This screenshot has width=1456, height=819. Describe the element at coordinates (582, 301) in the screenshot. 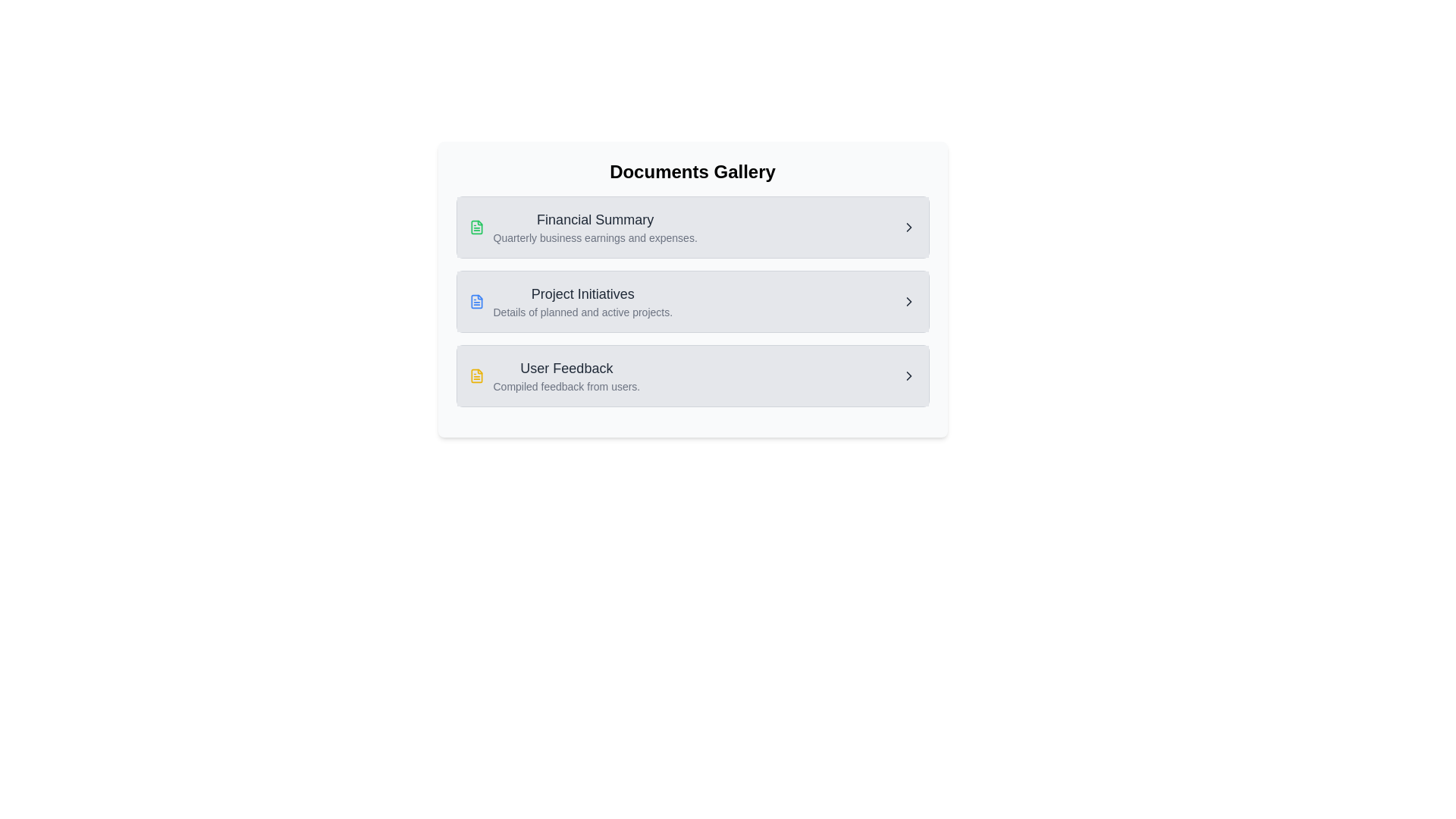

I see `text content of the Text block labeled 'Project Initiatives', which includes the lines 'Project Initiatives' and 'Details of planned and active projects.'` at that location.